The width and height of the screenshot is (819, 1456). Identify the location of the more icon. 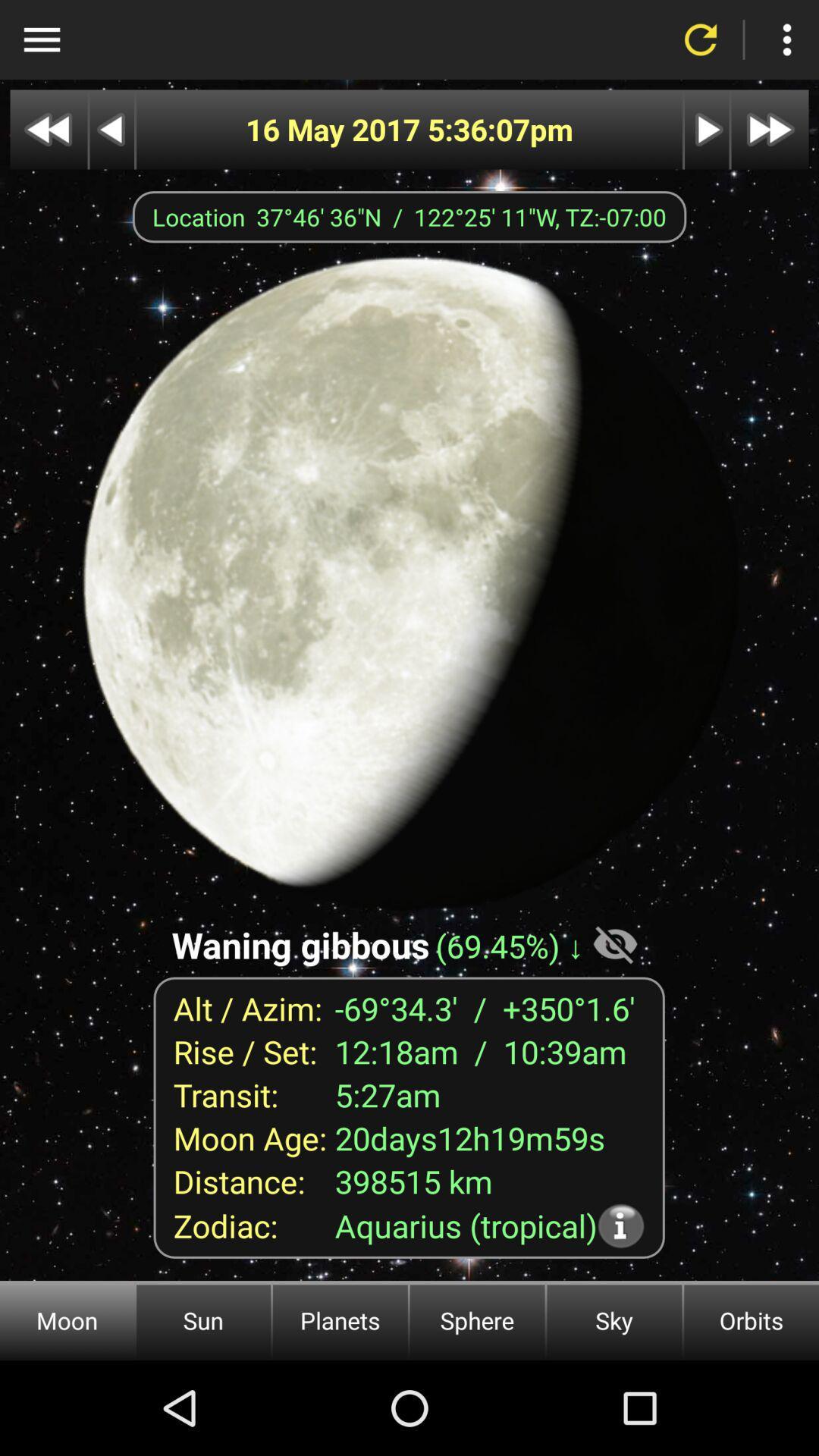
(786, 39).